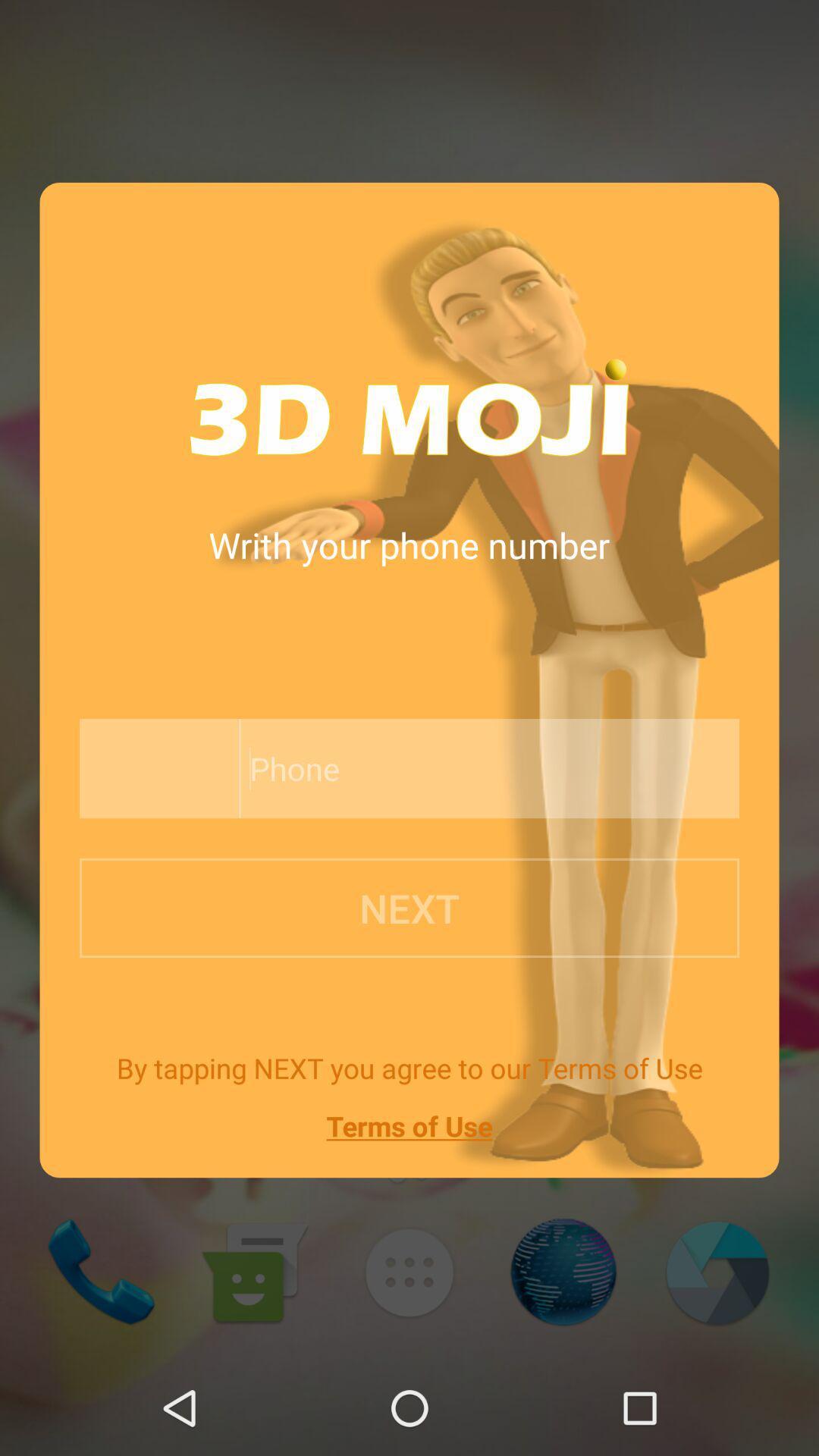  Describe the element at coordinates (453, 768) in the screenshot. I see `phone number` at that location.